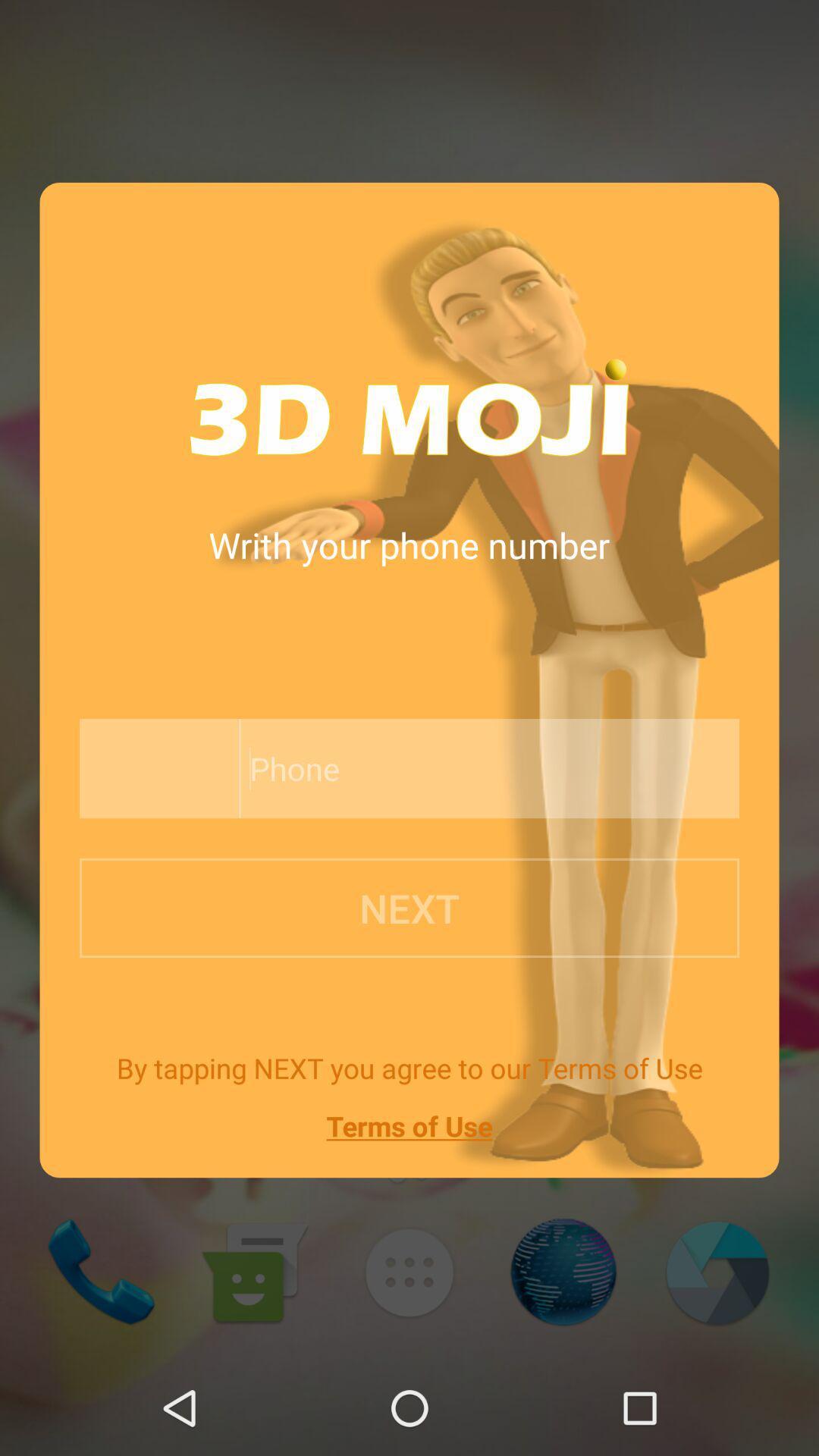  Describe the element at coordinates (453, 768) in the screenshot. I see `phone number` at that location.